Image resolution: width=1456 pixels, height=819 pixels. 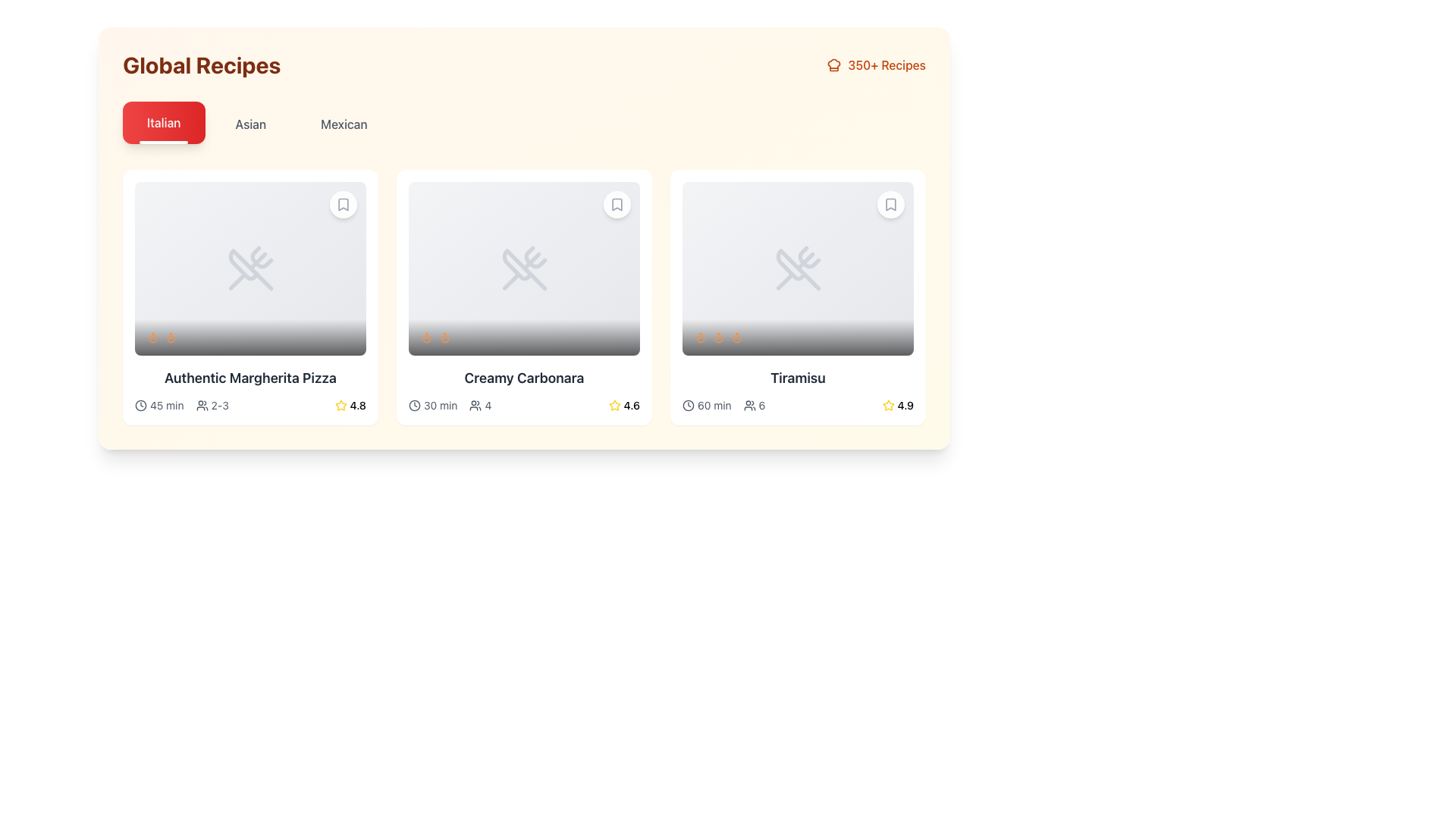 What do you see at coordinates (706, 404) in the screenshot?
I see `the clock icon representing the duration of '60 min' in the bottom-left corner of the Tiramisu recipe card` at bounding box center [706, 404].